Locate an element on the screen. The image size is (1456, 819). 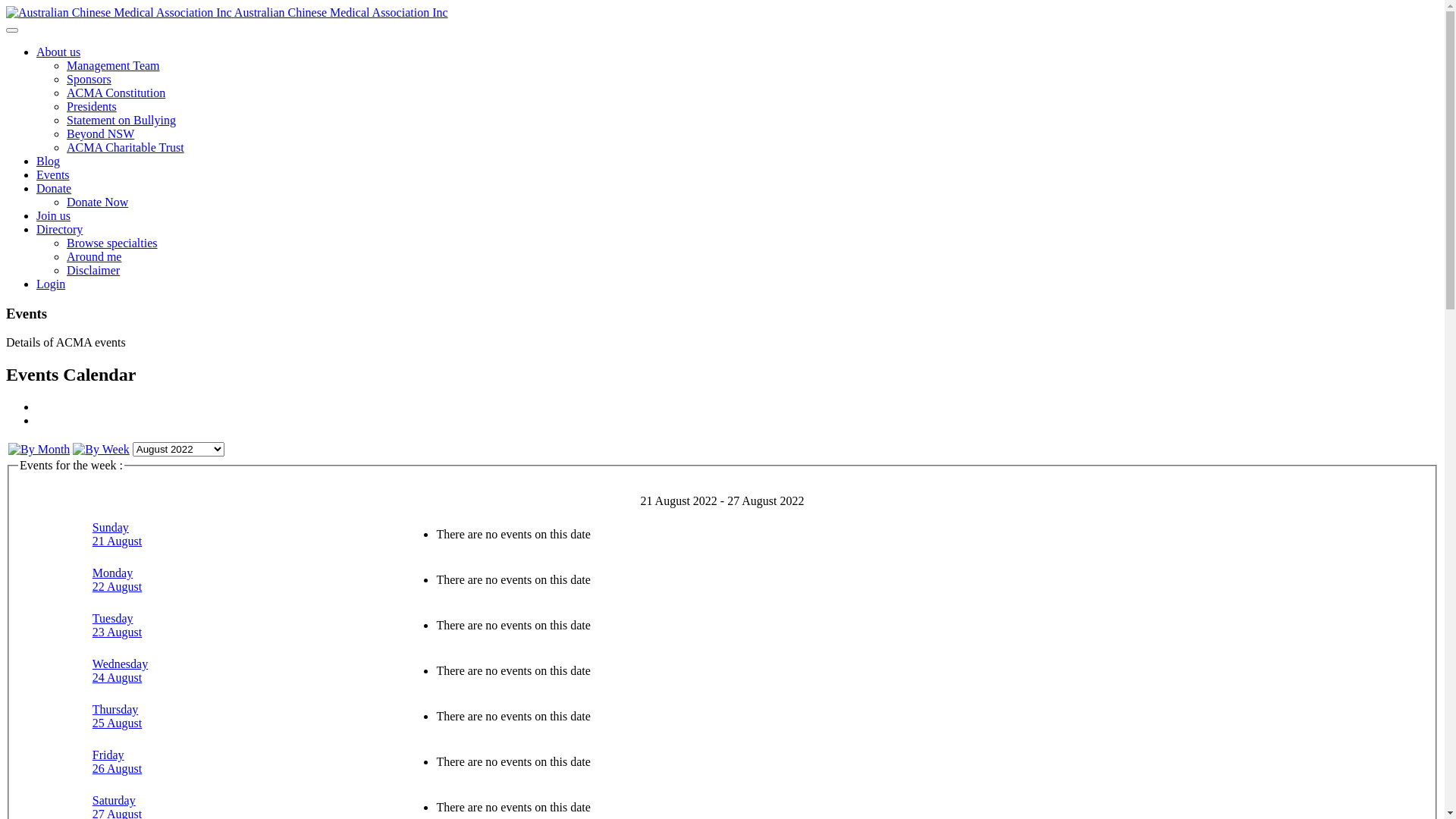
'Thursday is located at coordinates (116, 716).